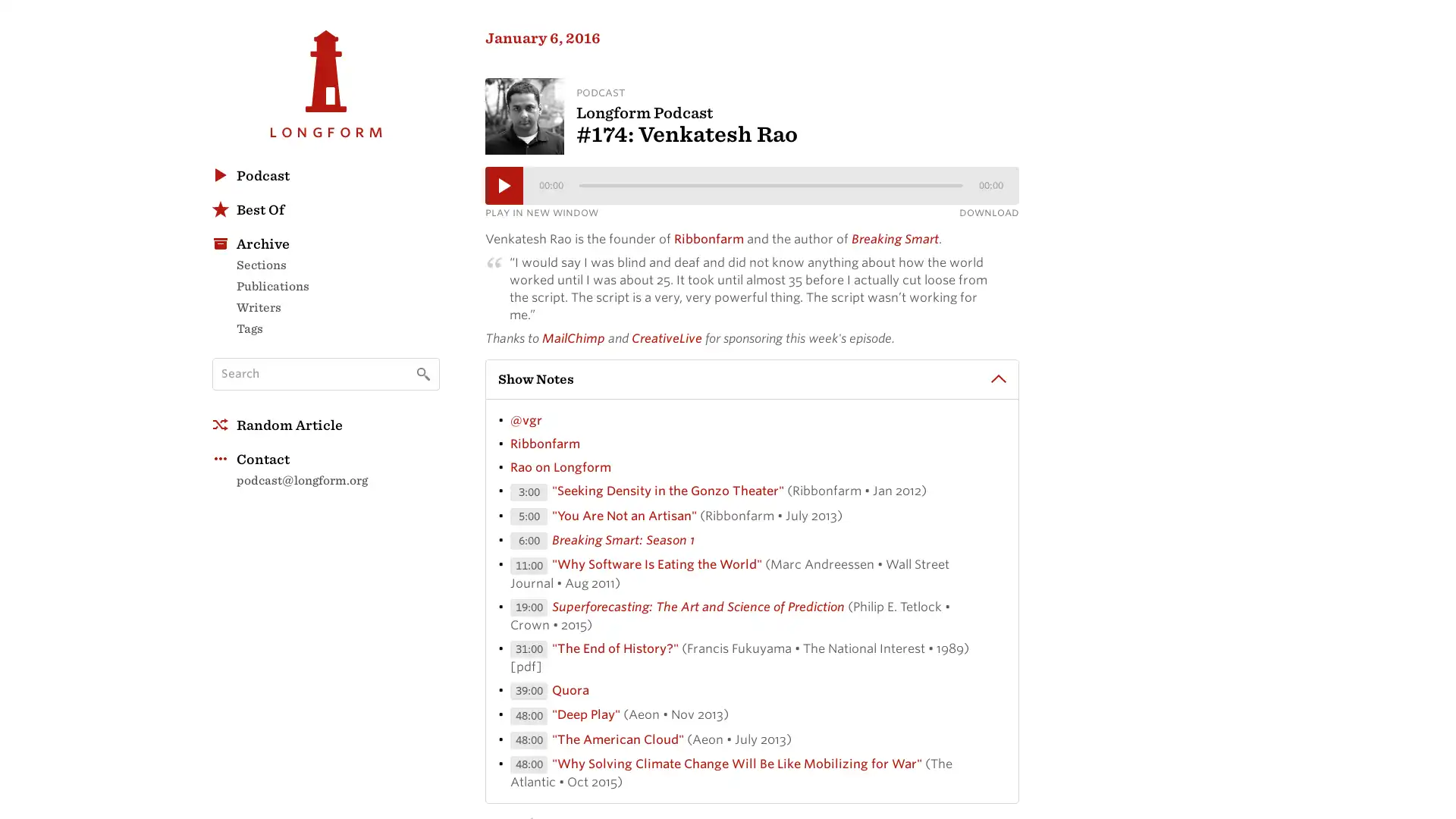  Describe the element at coordinates (529, 742) in the screenshot. I see `48:00` at that location.